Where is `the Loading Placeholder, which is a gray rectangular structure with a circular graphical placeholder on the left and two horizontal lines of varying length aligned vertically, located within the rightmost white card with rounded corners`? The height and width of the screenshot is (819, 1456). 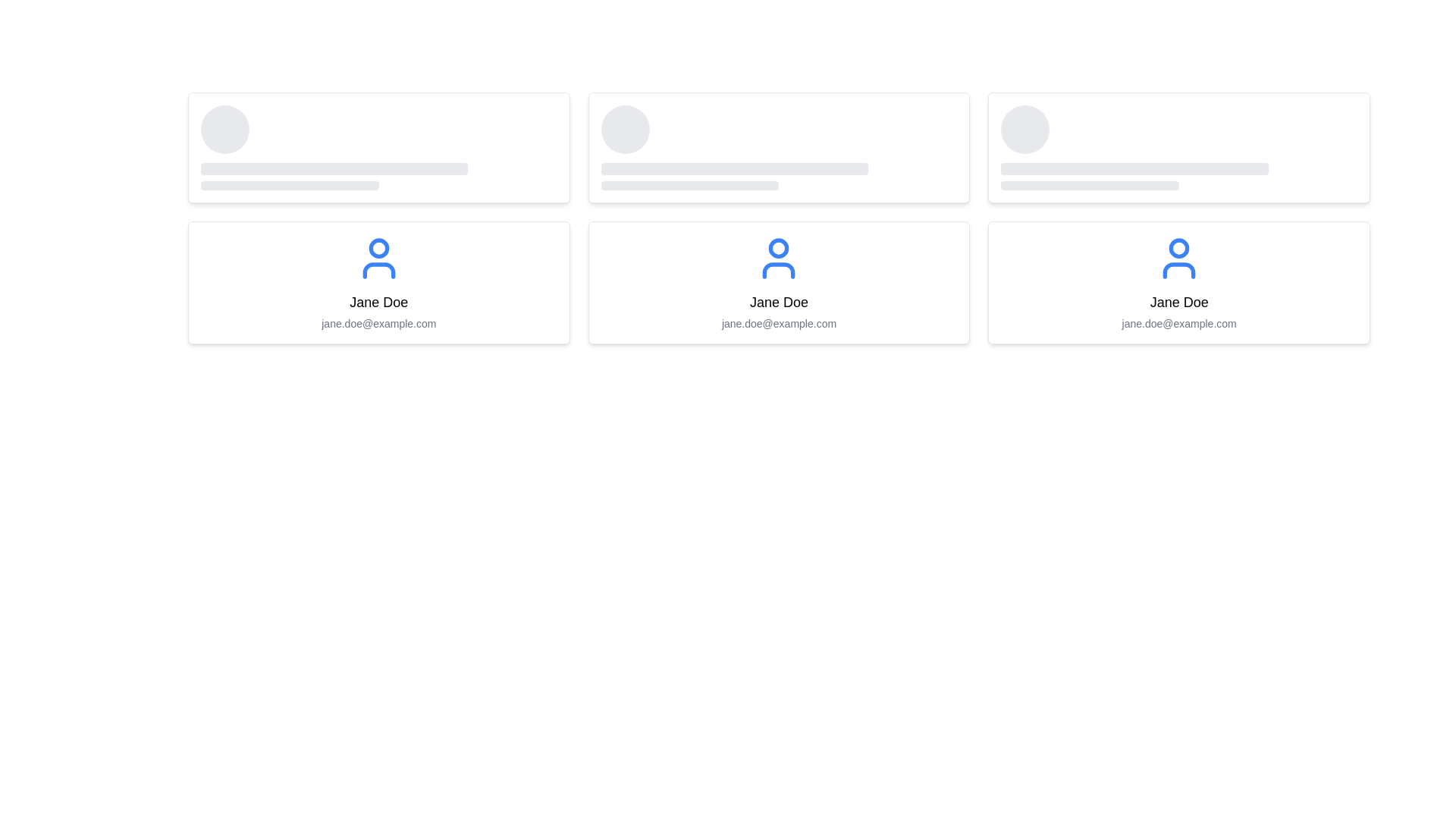 the Loading Placeholder, which is a gray rectangular structure with a circular graphical placeholder on the left and two horizontal lines of varying length aligned vertically, located within the rightmost white card with rounded corners is located at coordinates (1178, 148).